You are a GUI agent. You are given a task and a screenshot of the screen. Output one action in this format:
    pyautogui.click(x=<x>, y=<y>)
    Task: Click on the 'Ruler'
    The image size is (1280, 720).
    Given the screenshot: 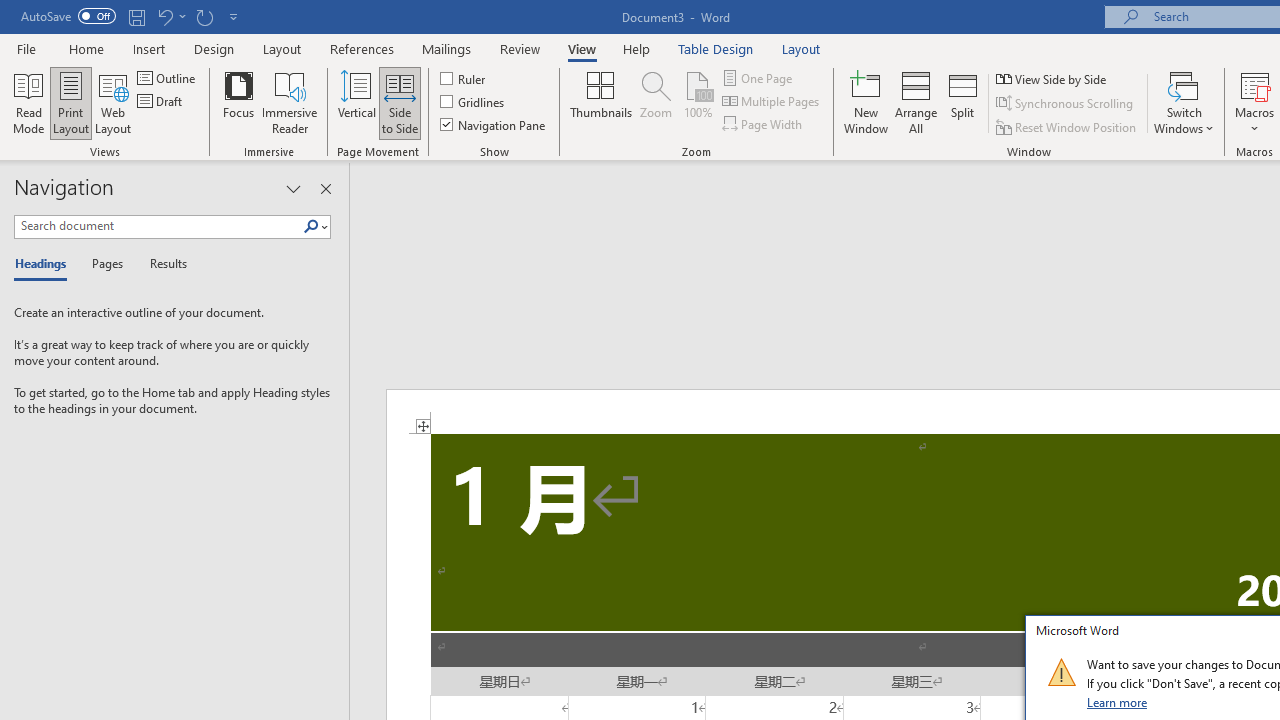 What is the action you would take?
    pyautogui.click(x=463, y=77)
    